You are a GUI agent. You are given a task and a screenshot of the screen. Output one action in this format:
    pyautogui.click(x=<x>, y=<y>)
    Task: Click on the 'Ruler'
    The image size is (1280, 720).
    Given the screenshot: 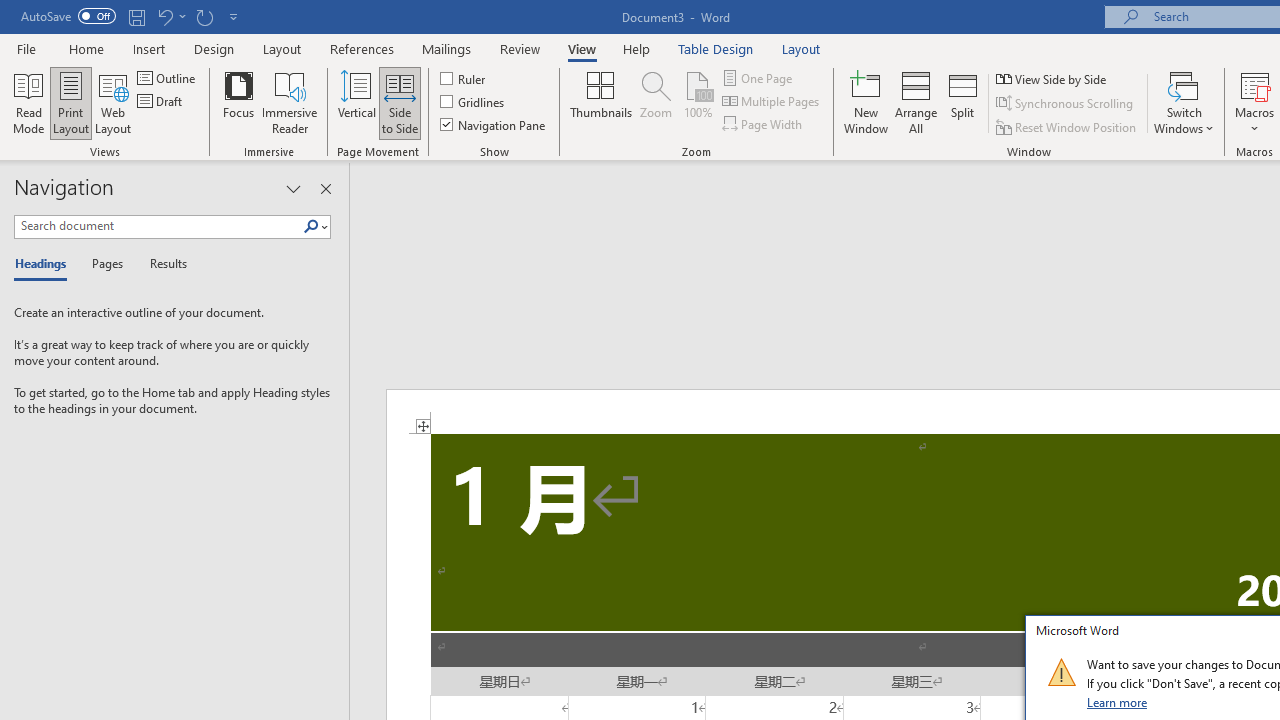 What is the action you would take?
    pyautogui.click(x=463, y=77)
    